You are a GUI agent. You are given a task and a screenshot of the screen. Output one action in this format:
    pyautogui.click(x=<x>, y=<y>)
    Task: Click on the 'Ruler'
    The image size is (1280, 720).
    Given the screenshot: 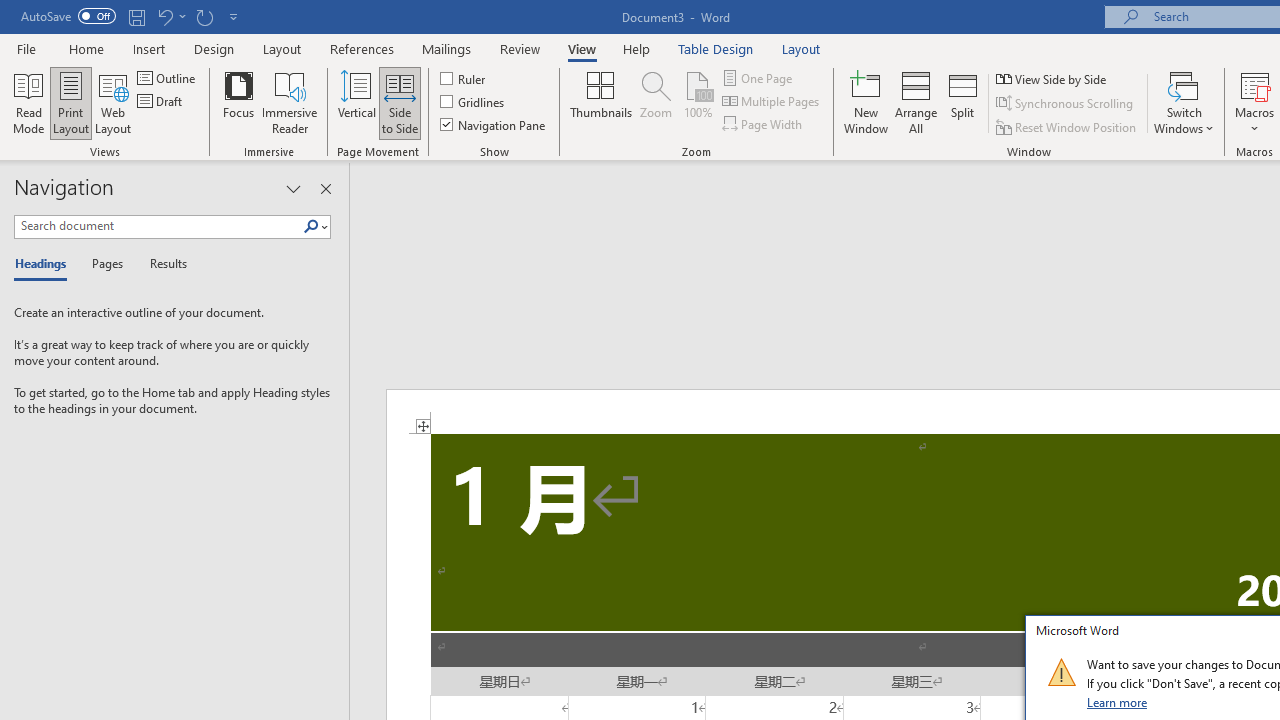 What is the action you would take?
    pyautogui.click(x=463, y=77)
    